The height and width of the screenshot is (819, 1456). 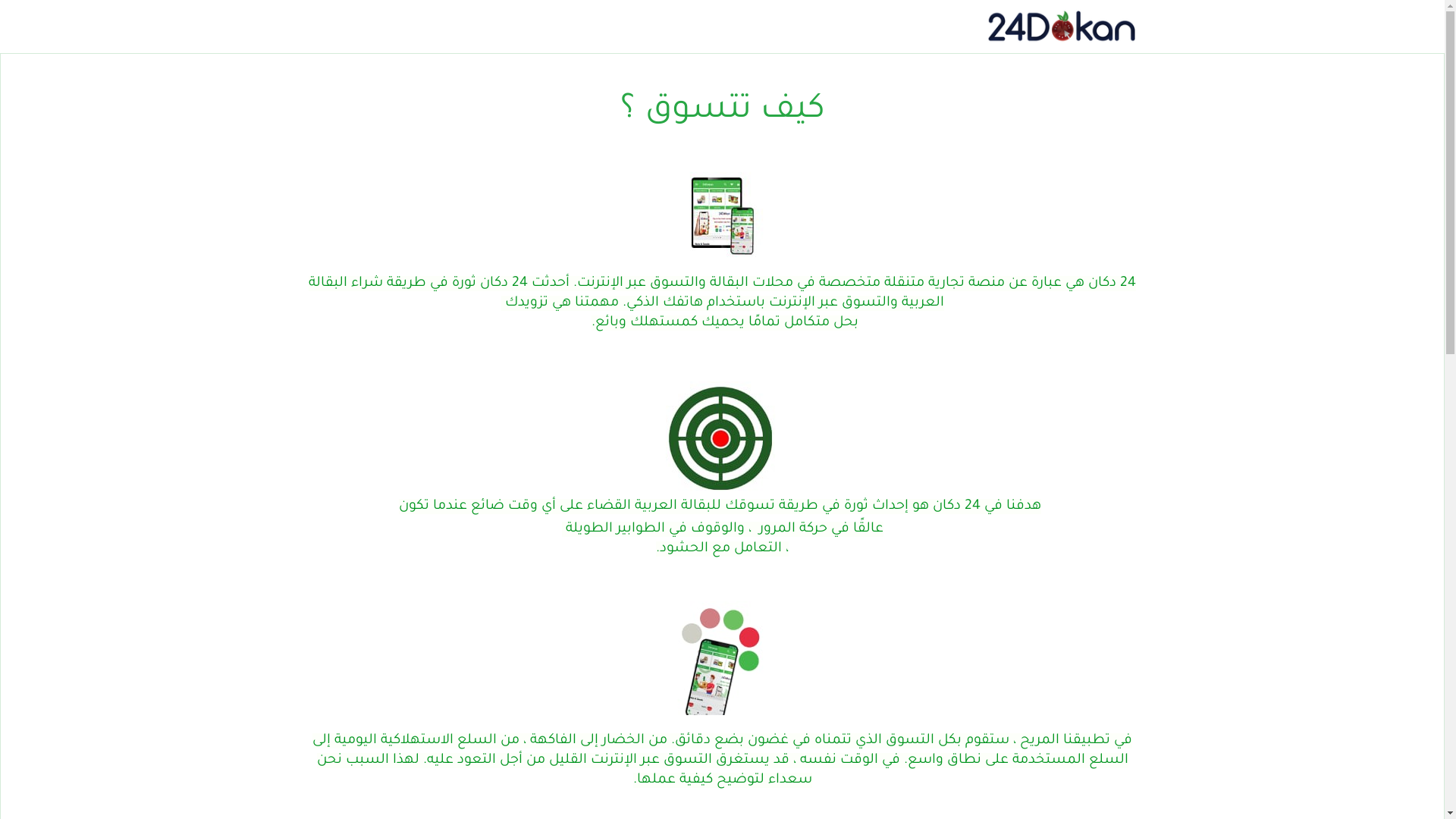 What do you see at coordinates (1059, 26) in the screenshot?
I see `'24Dokan'` at bounding box center [1059, 26].